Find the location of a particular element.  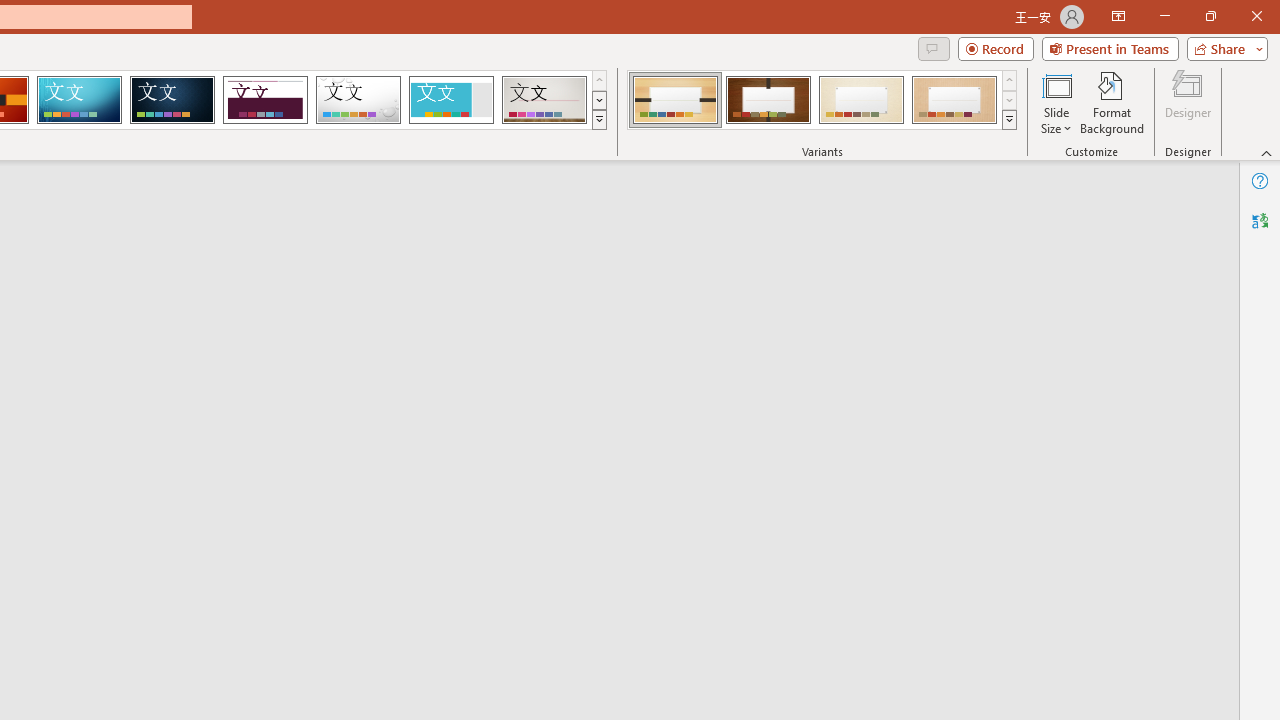

'Circuit' is located at coordinates (79, 100).